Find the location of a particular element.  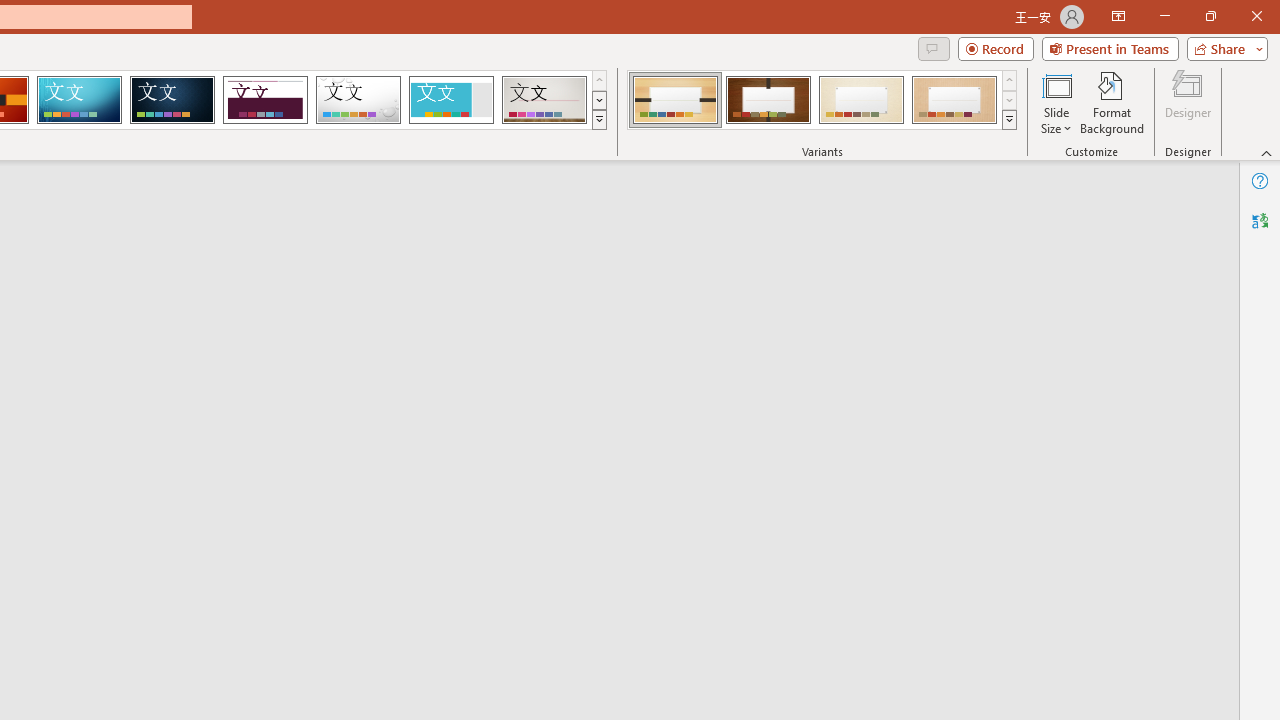

'Circuit' is located at coordinates (79, 100).